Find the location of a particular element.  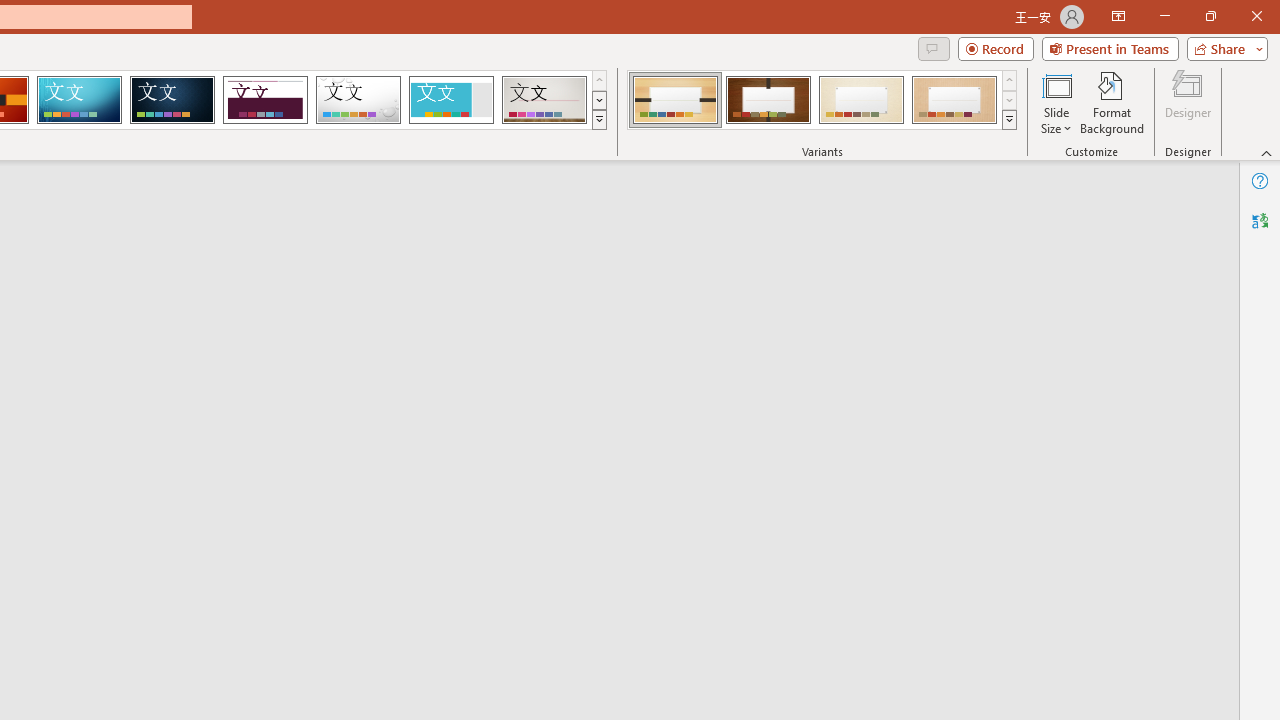

'Circuit' is located at coordinates (79, 100).